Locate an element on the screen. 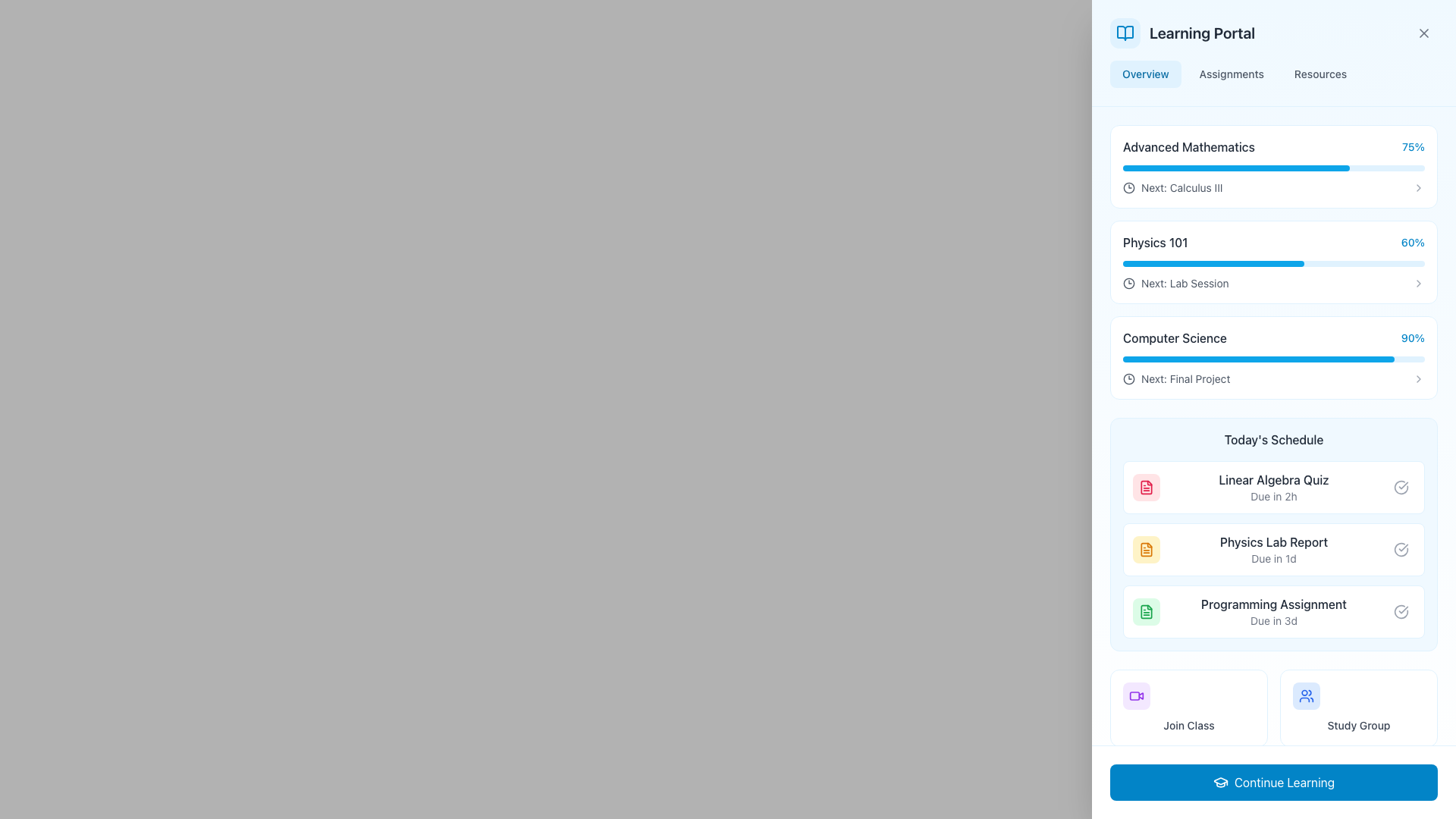 Image resolution: width=1456 pixels, height=819 pixels. the static text label that informs the user about the next topic in the 'Advanced Mathematics' course, specifically 'Calculus III', located within the section labeled 'Advanced Mathematics' is located at coordinates (1181, 187).